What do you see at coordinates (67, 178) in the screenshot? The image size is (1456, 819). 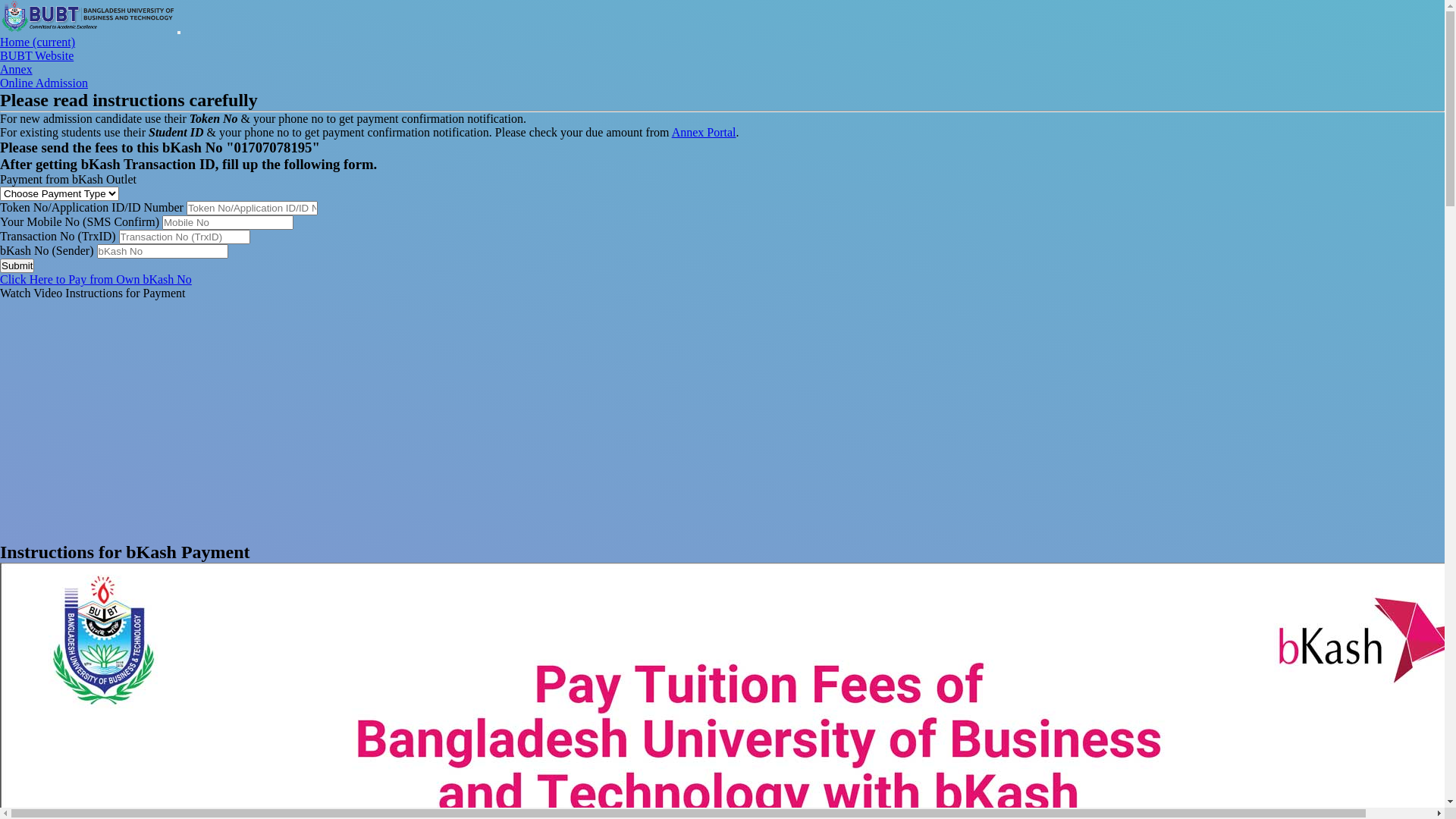 I see `'Payment from bKash Outlet'` at bounding box center [67, 178].